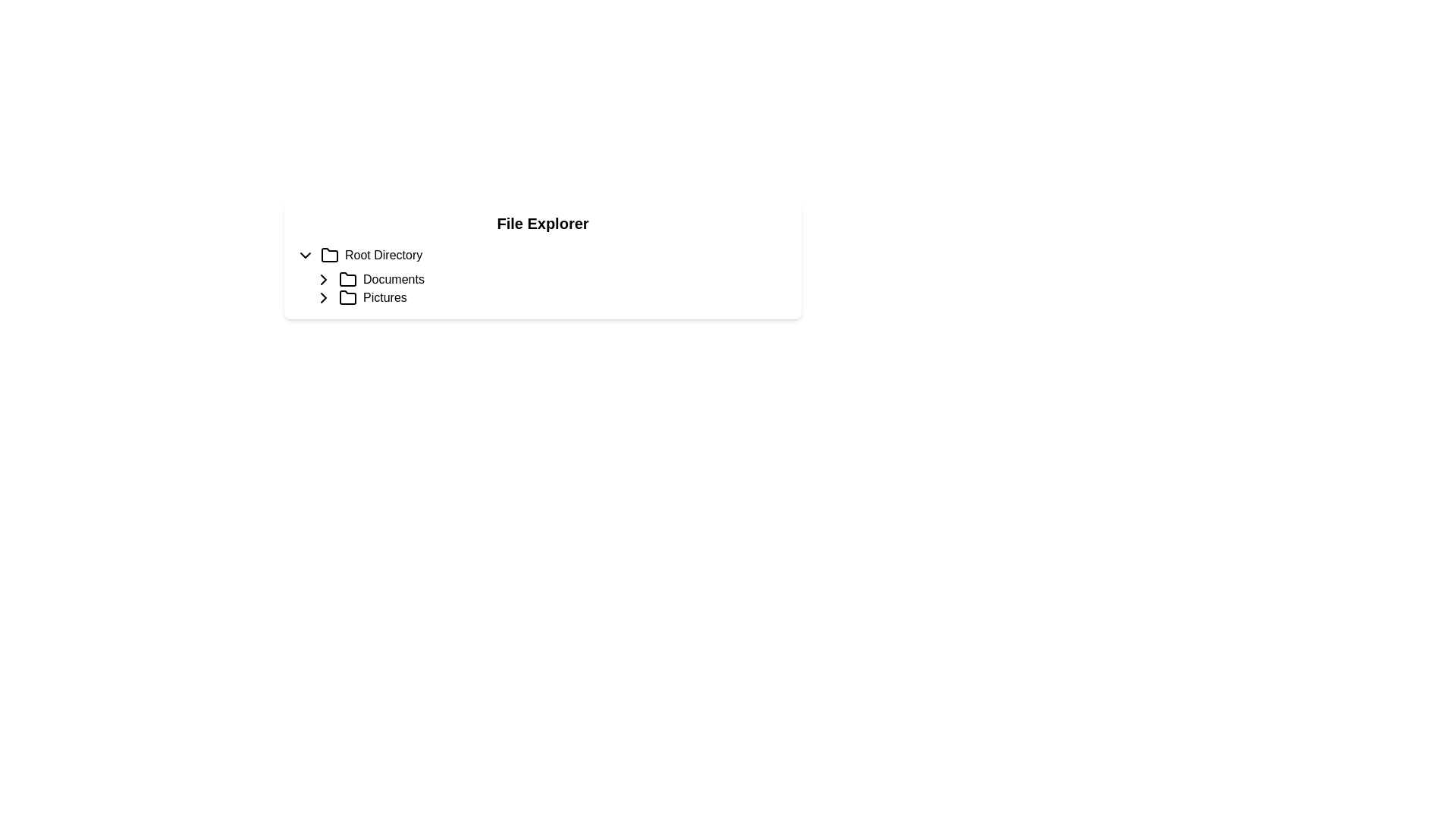  What do you see at coordinates (323, 280) in the screenshot?
I see `the Chevron icon located at the beginning of the 'Documents' row in the file explorer` at bounding box center [323, 280].